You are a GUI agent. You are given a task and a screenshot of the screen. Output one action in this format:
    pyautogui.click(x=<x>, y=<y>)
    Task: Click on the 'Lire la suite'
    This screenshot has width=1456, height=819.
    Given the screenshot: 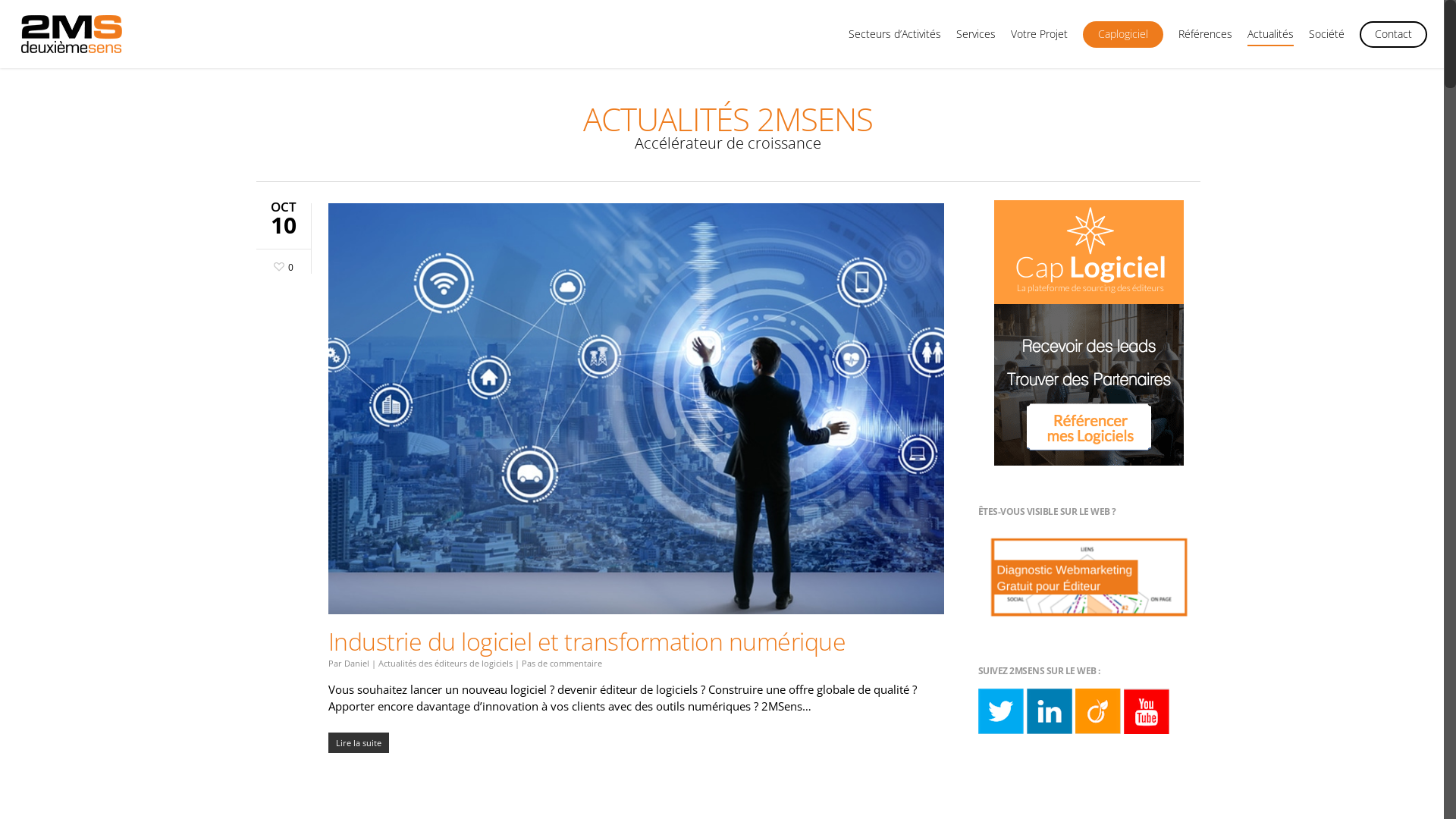 What is the action you would take?
    pyautogui.click(x=327, y=742)
    